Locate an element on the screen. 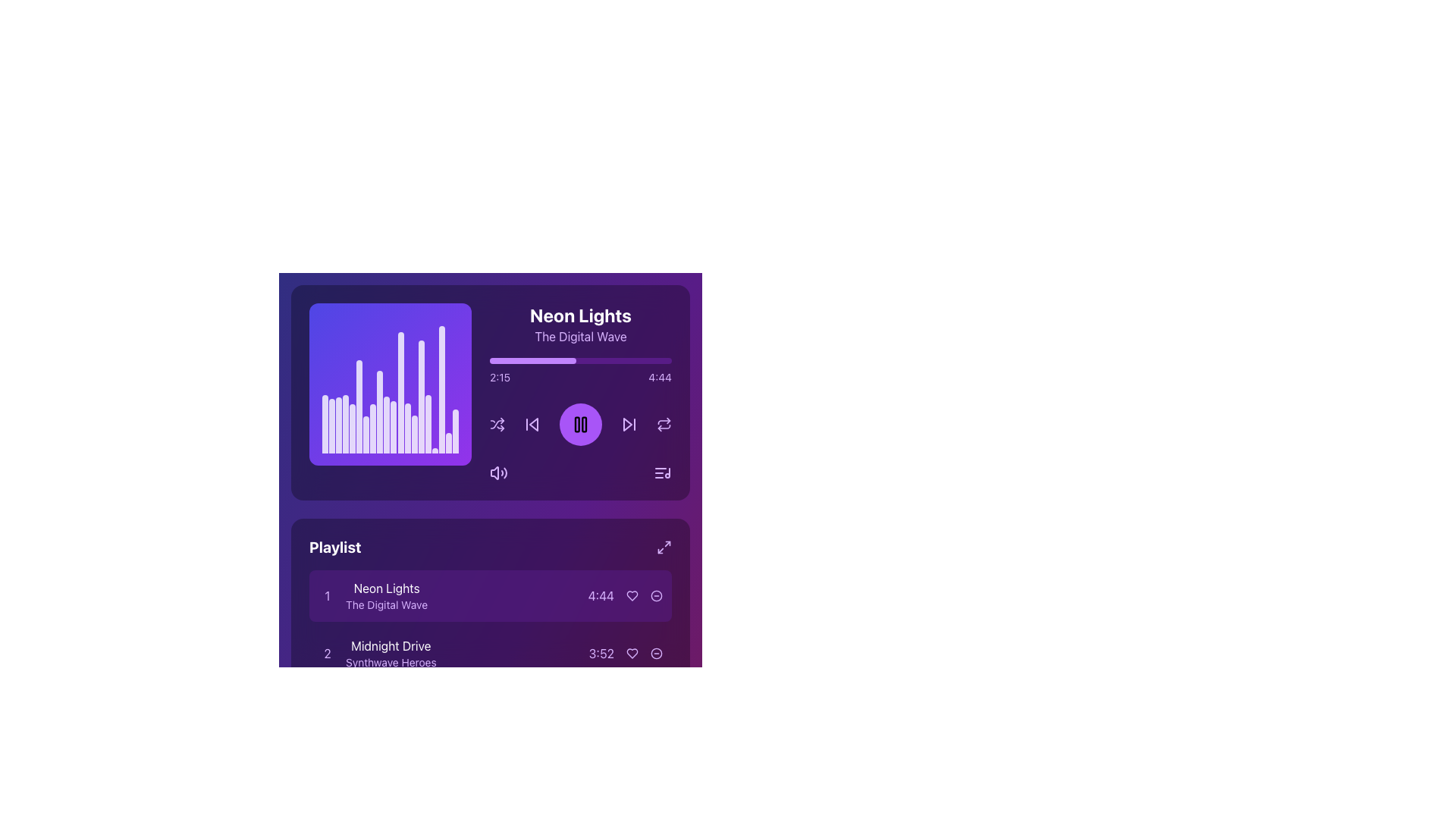  the animation of the 17th vertical graphical bar in the visualizer, which is styled in white with a semi-transparent finish and has rounded top edges is located at coordinates (427, 424).